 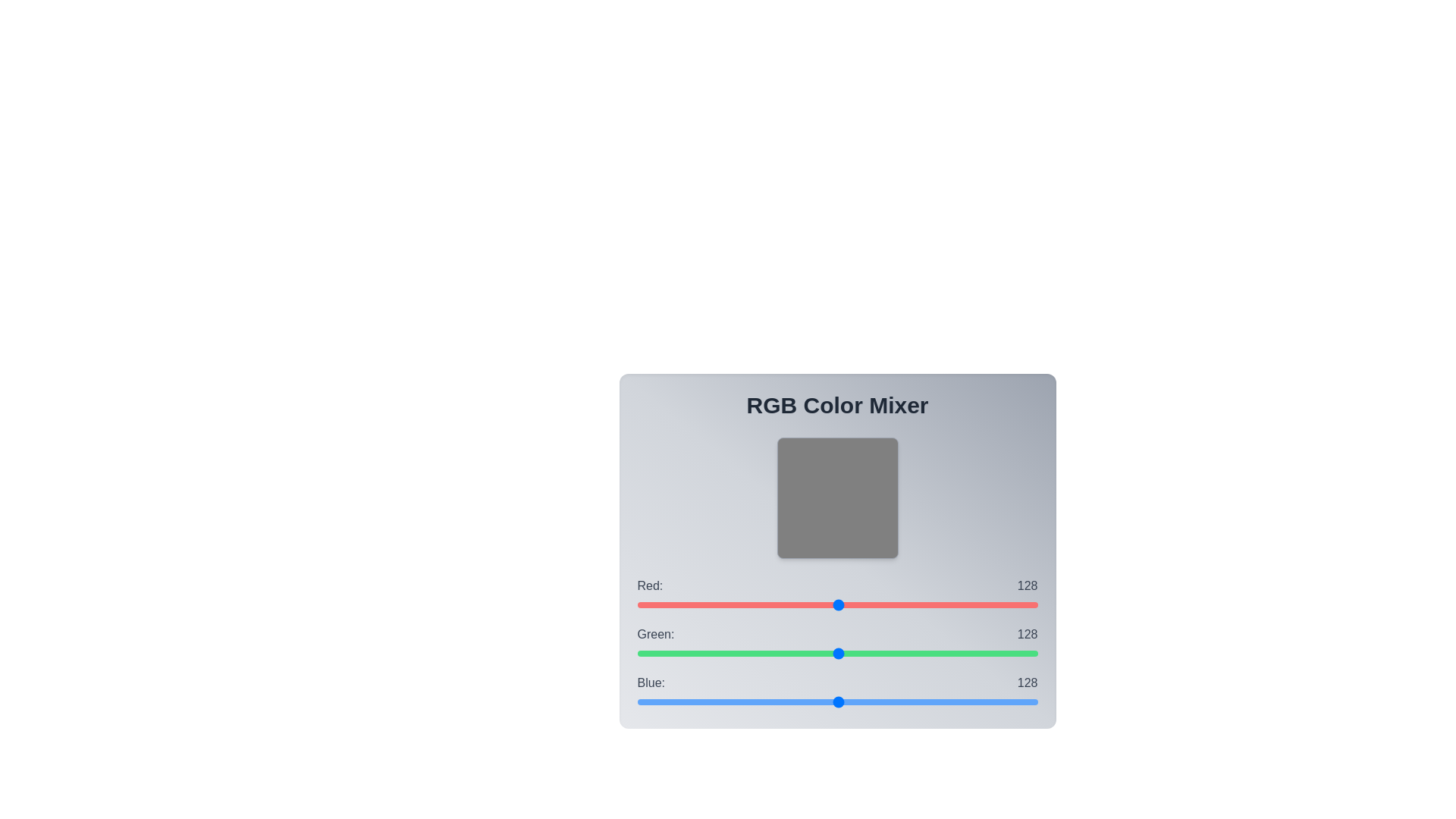 I want to click on the green slider to set its value to 231, so click(x=999, y=652).